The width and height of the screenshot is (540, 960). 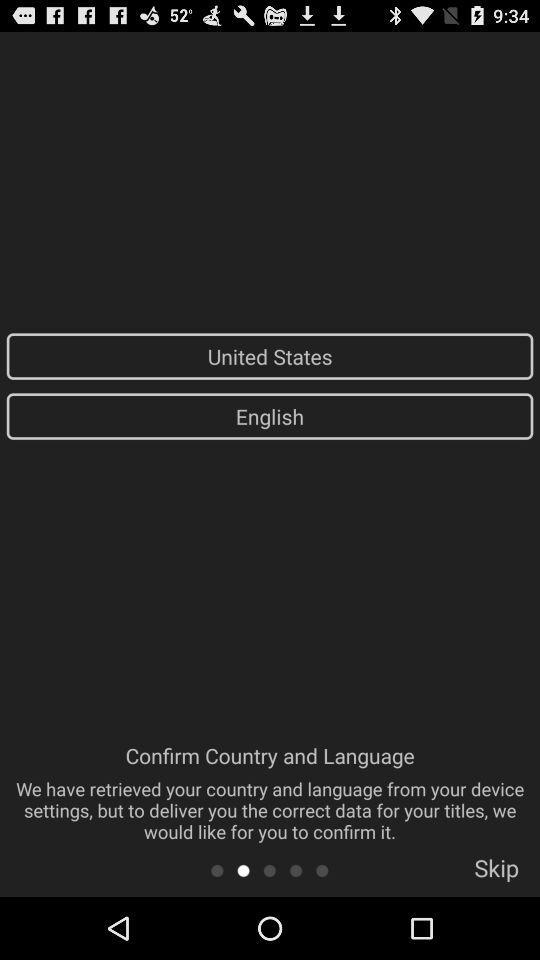 I want to click on app below confirm country and item, so click(x=269, y=869).